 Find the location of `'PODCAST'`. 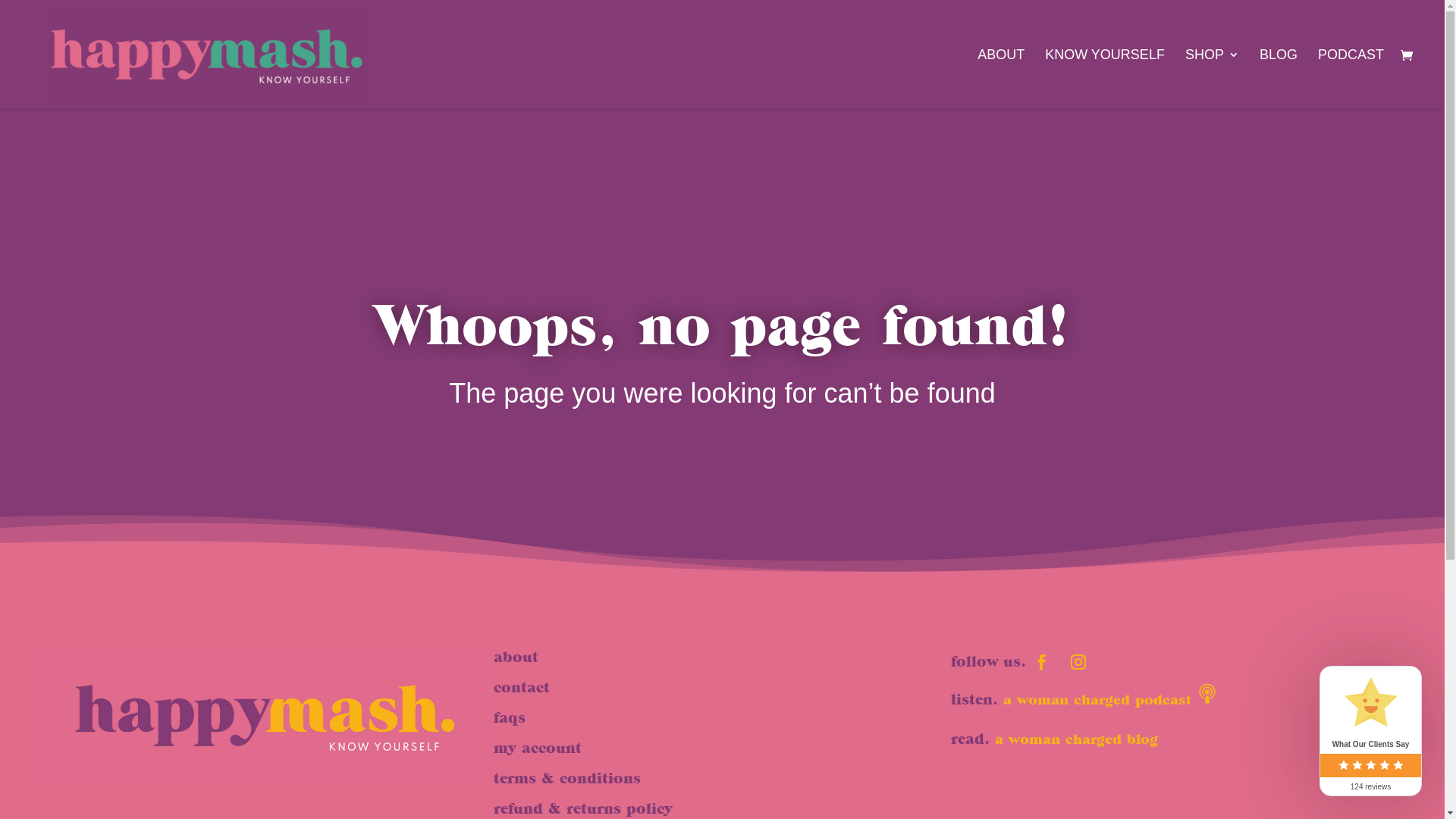

'PODCAST' is located at coordinates (1351, 79).